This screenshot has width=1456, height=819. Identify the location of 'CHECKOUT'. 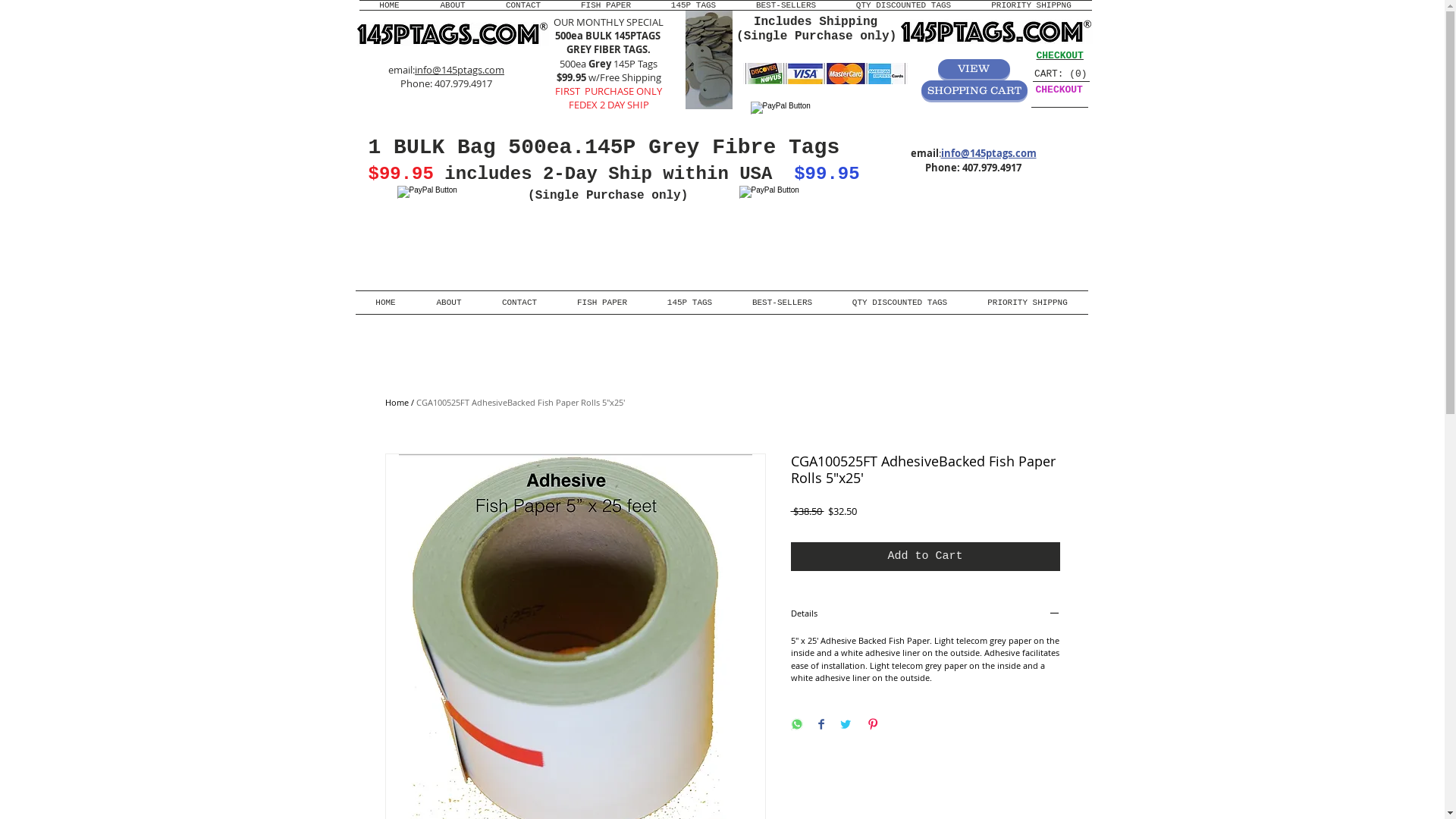
(1058, 89).